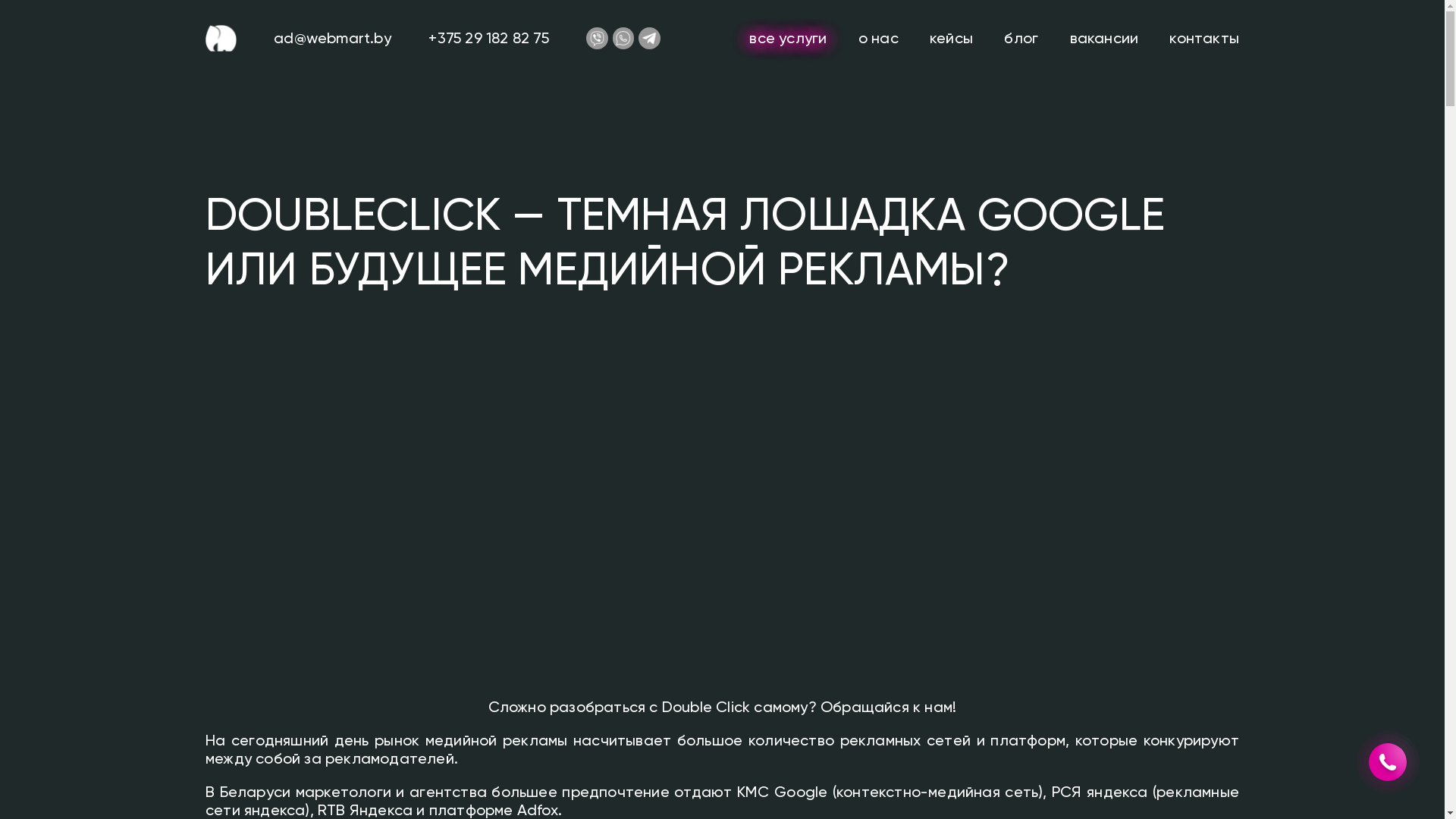 This screenshot has width=1456, height=819. What do you see at coordinates (331, 37) in the screenshot?
I see `'ad@webmart.by'` at bounding box center [331, 37].